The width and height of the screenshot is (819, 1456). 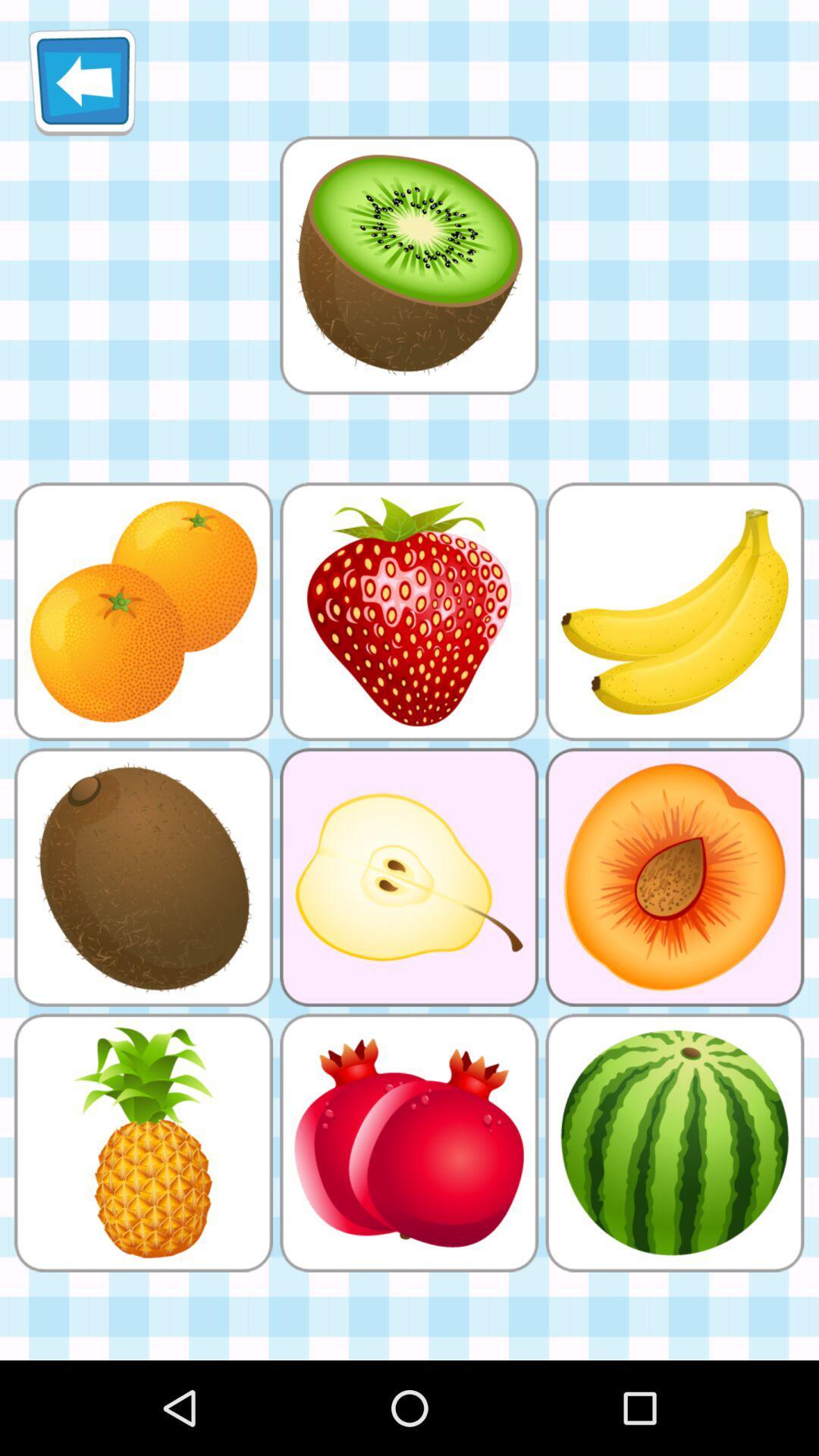 What do you see at coordinates (408, 265) in the screenshot?
I see `kiwi fruit` at bounding box center [408, 265].